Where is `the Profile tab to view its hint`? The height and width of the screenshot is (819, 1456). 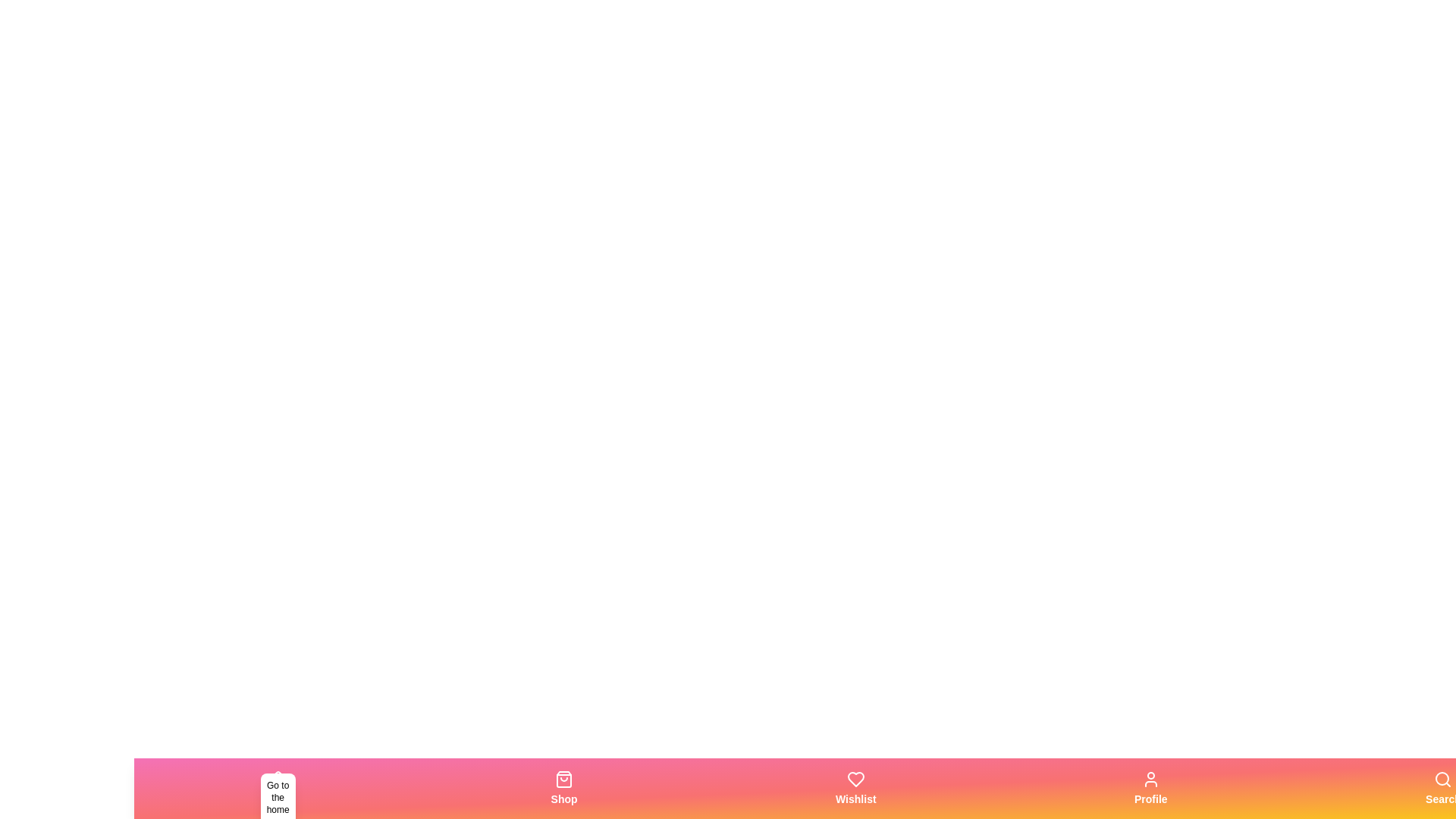 the Profile tab to view its hint is located at coordinates (1150, 788).